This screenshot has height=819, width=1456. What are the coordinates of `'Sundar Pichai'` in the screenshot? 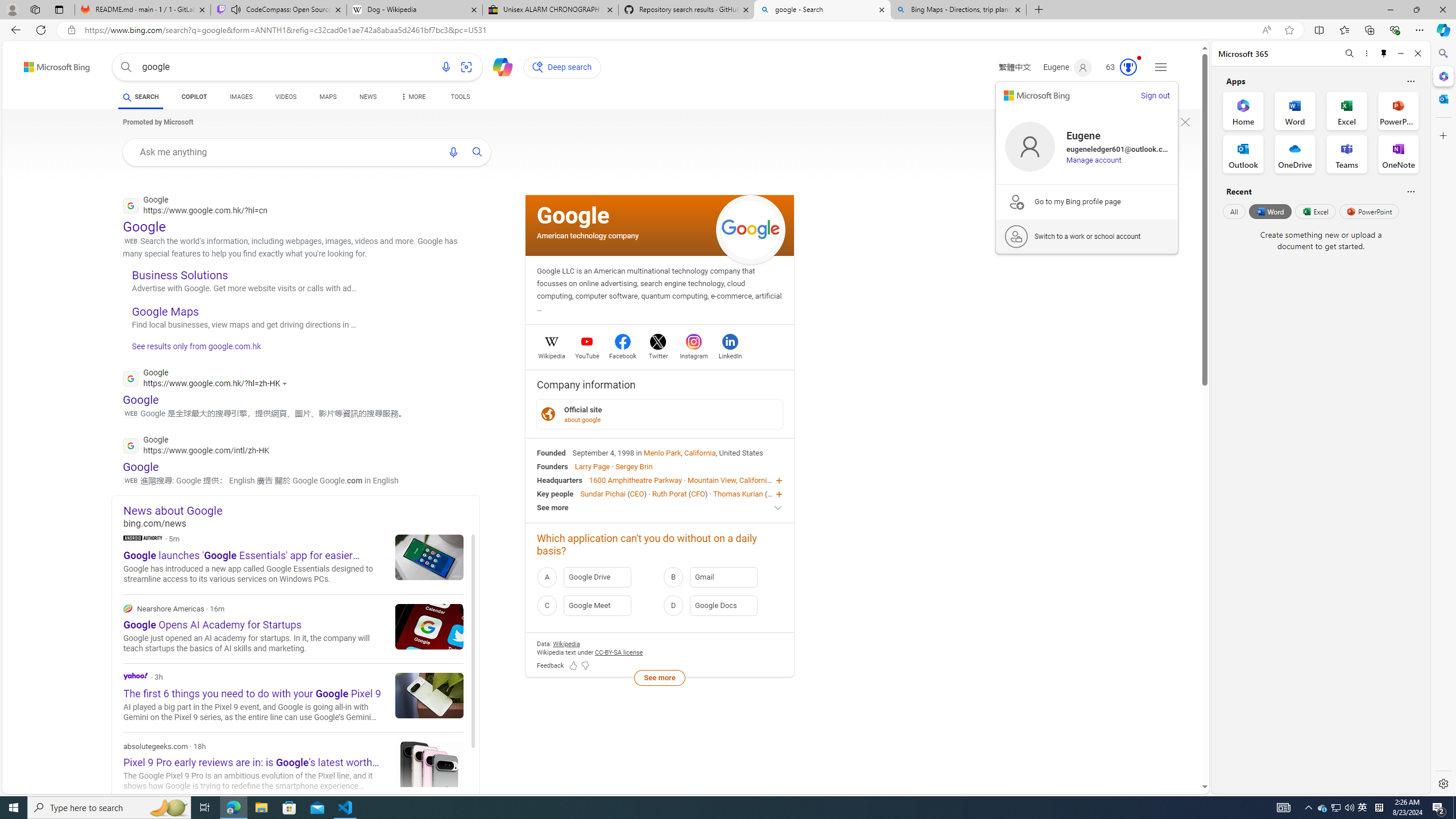 It's located at (602, 493).